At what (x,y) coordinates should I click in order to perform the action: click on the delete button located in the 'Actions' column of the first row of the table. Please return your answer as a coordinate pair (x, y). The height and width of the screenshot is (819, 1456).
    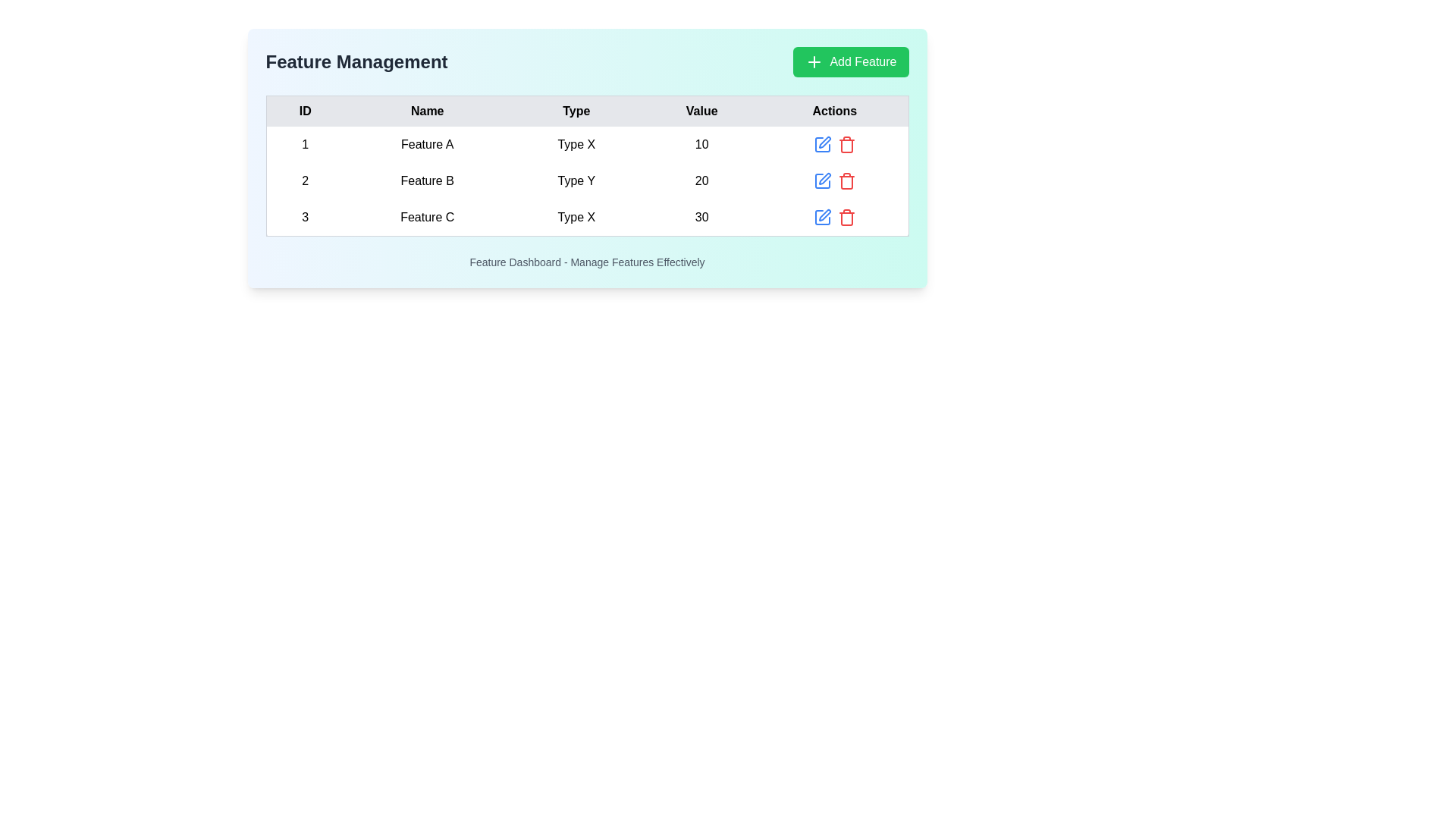
    Looking at the image, I should click on (846, 145).